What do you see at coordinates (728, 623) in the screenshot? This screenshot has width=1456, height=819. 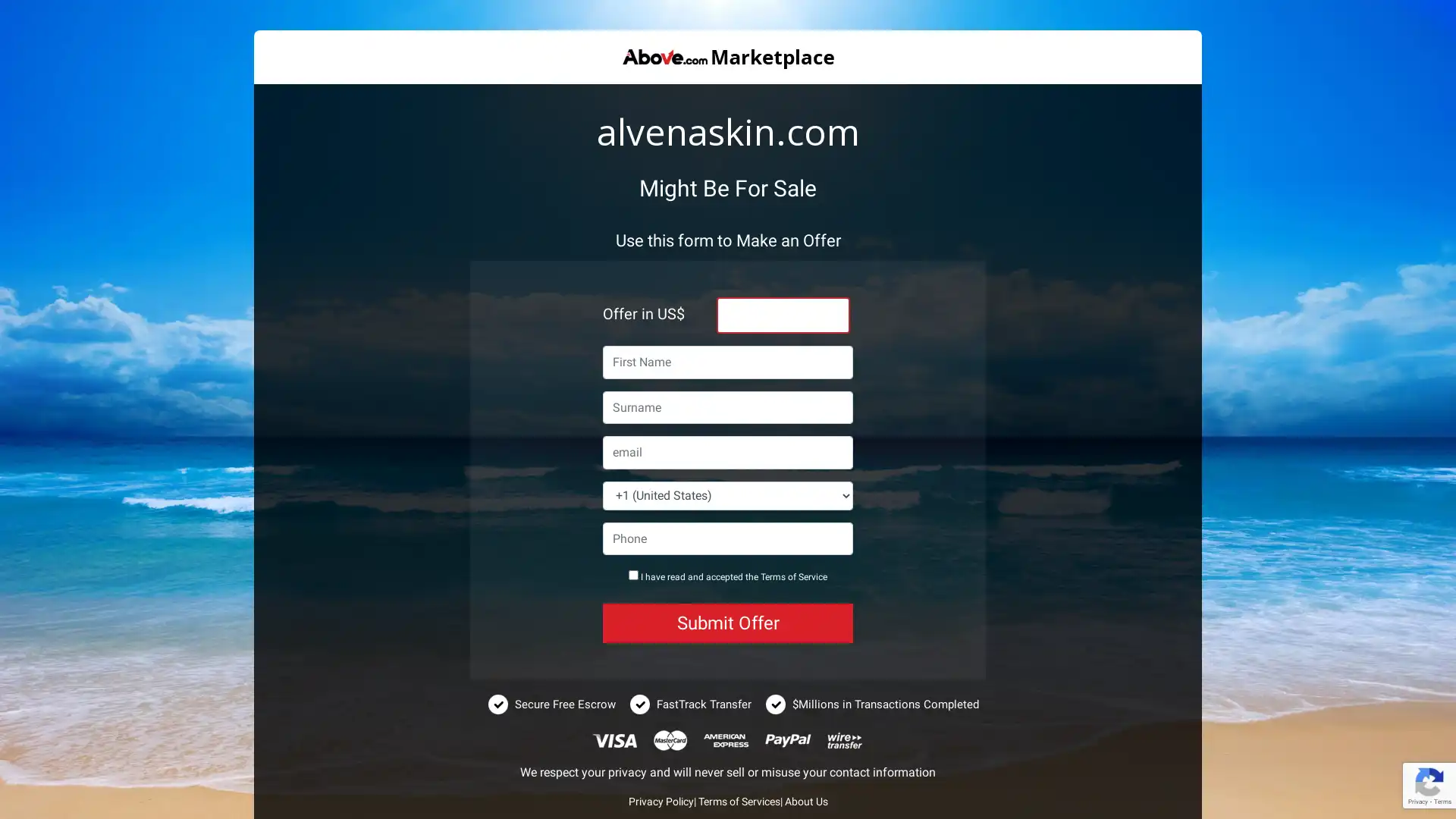 I see `Submit Offer` at bounding box center [728, 623].